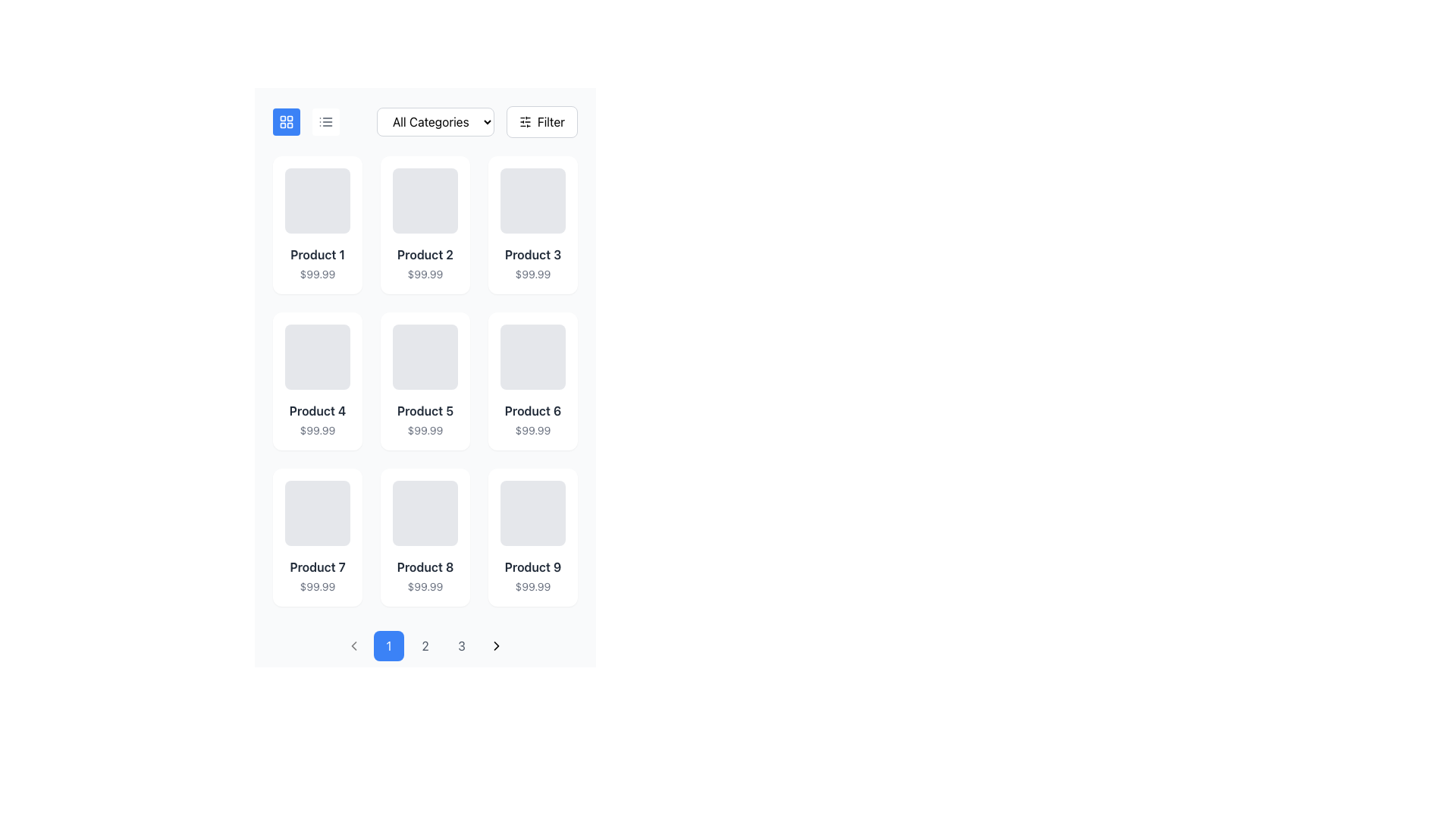 Image resolution: width=1456 pixels, height=819 pixels. I want to click on text label displaying 'Product 1', which is styled with bold font and distinct dark gray color, located in the first tile of a grid view of products, so click(316, 253).